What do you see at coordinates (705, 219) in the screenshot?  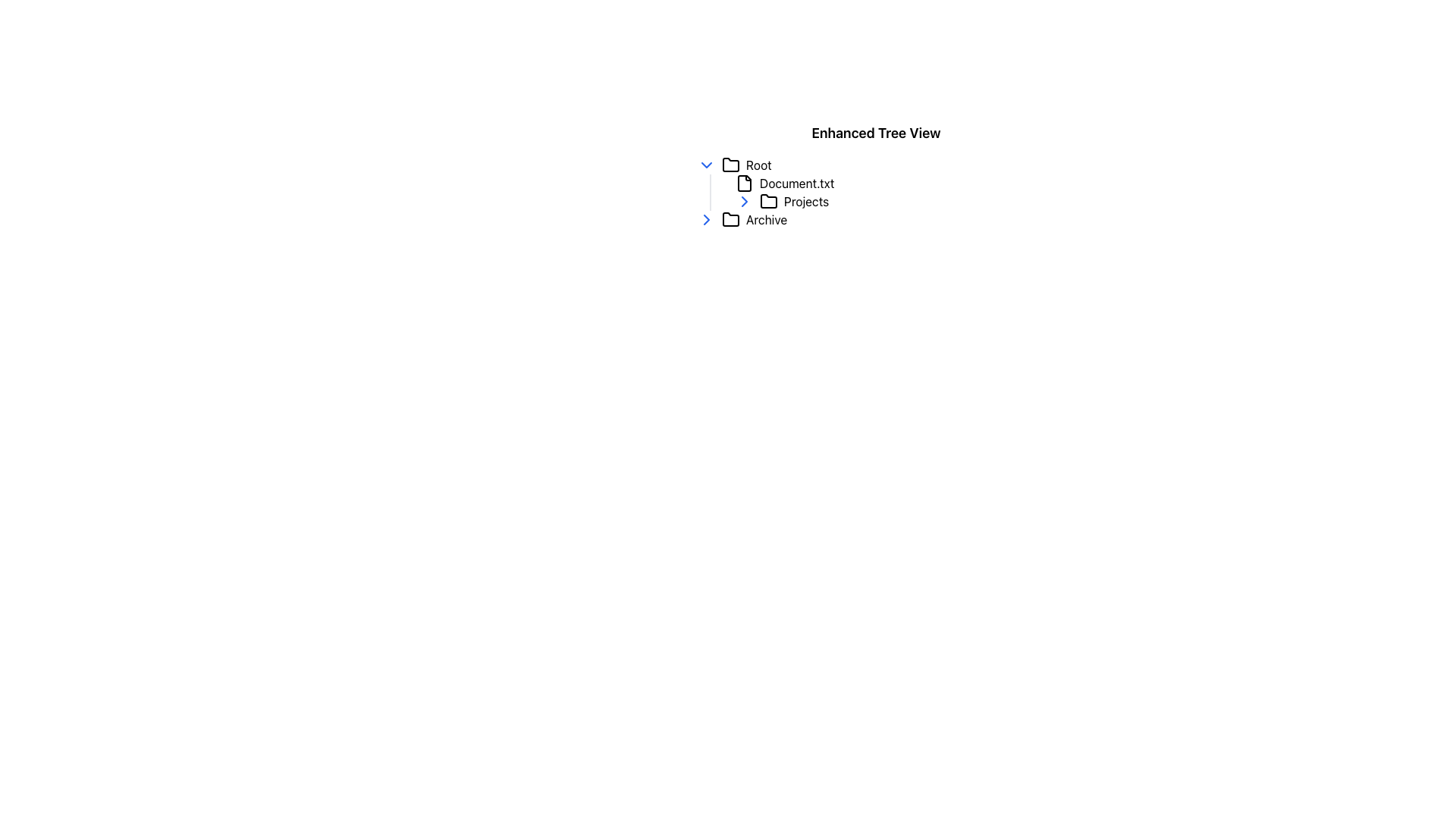 I see `the right-pointing chevron icon next to the word 'Archive' to trigger its hover state` at bounding box center [705, 219].